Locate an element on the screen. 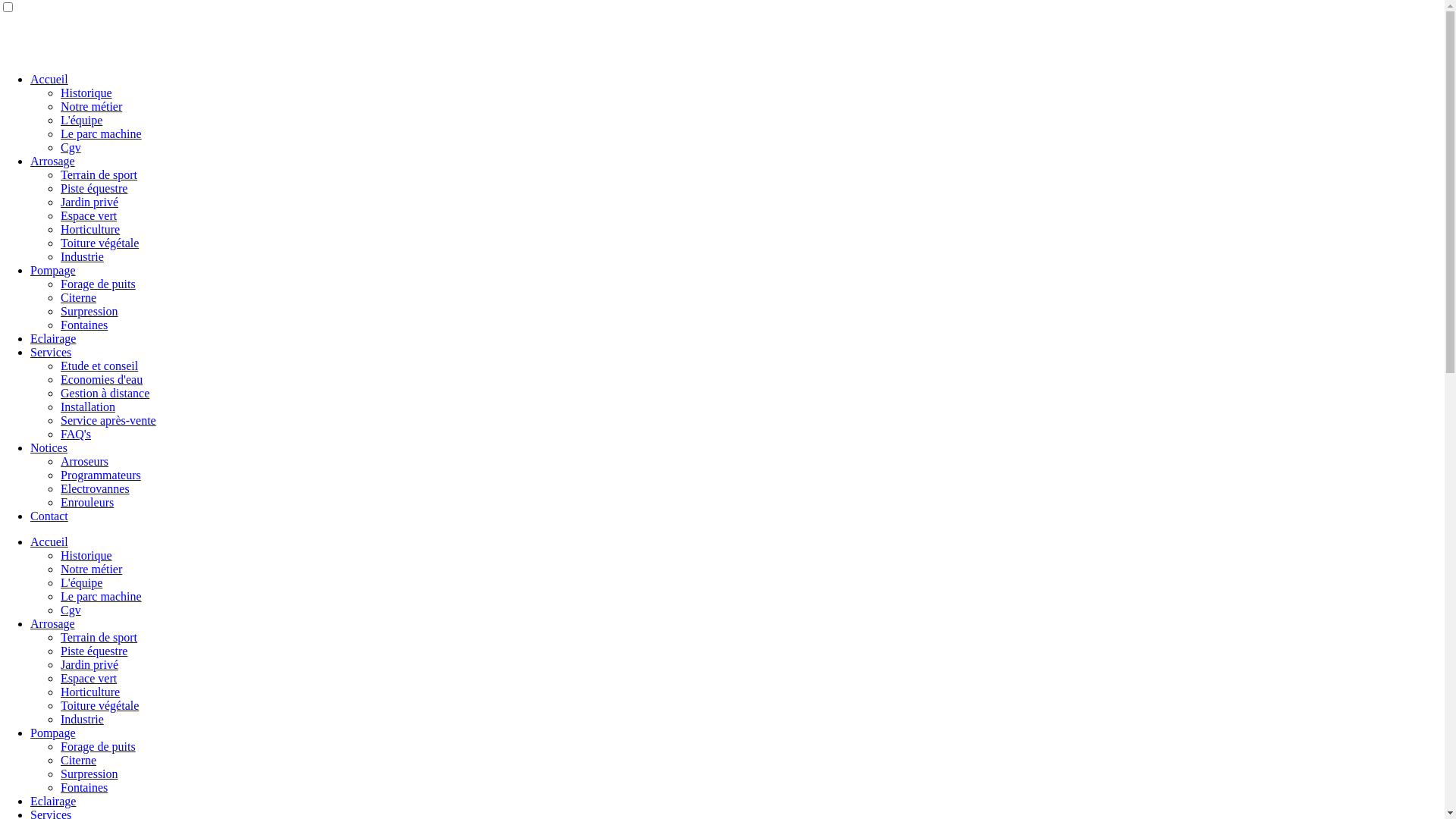 This screenshot has width=1456, height=819. 'Eclairage' is located at coordinates (53, 800).